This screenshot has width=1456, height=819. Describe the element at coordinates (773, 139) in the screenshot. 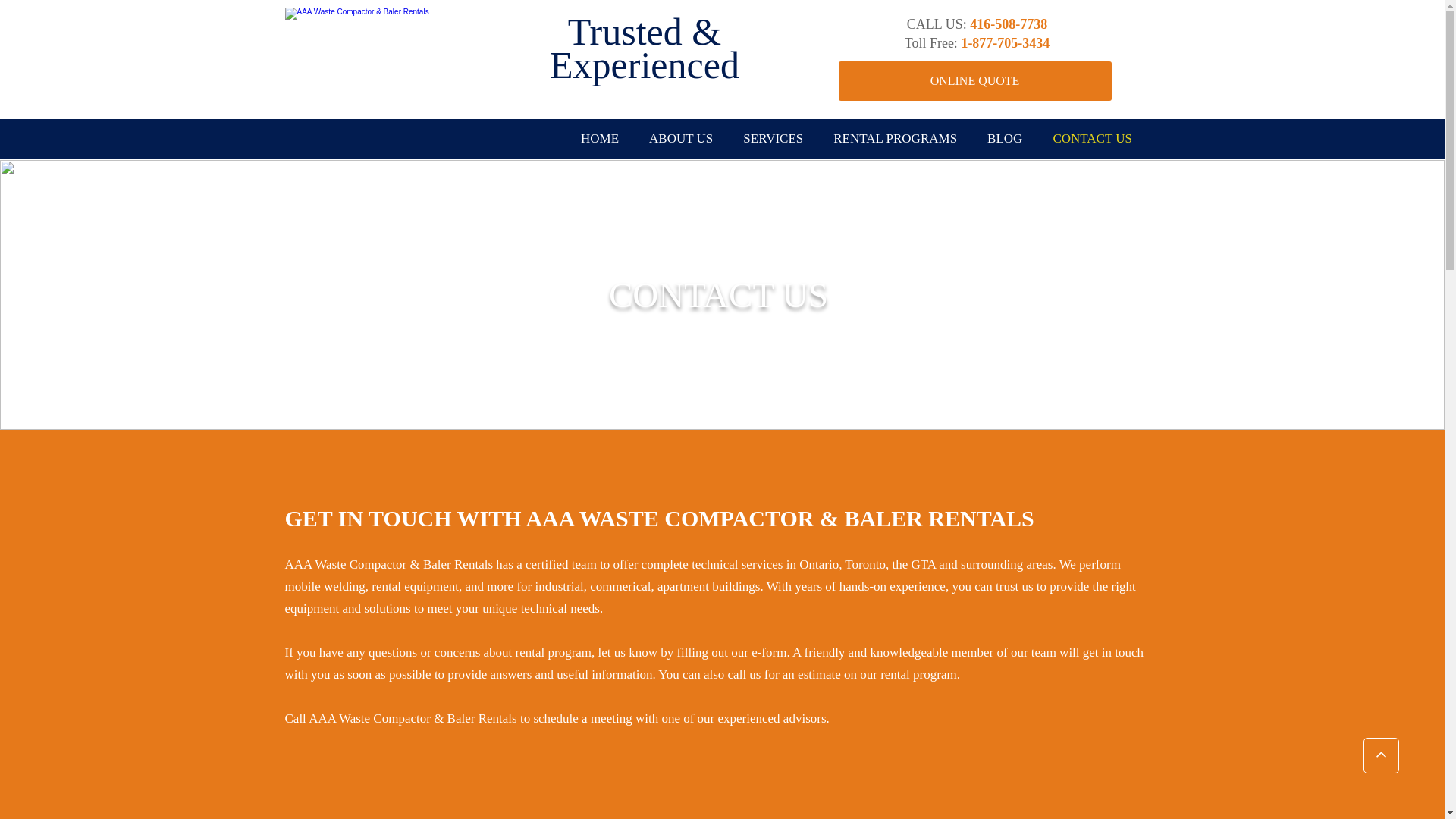

I see `'SERVICES'` at that location.